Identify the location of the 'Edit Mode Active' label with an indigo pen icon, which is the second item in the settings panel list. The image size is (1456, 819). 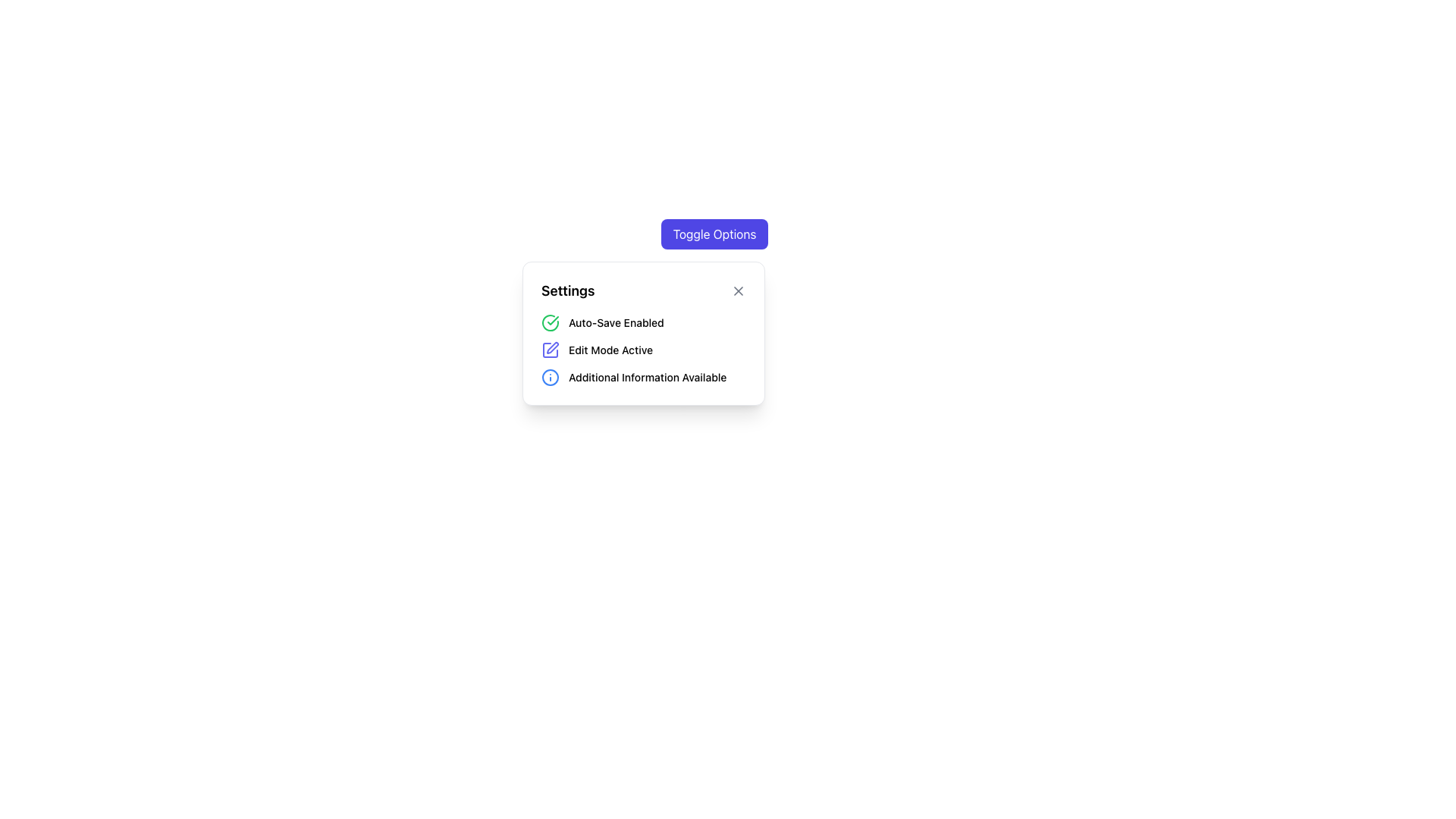
(644, 350).